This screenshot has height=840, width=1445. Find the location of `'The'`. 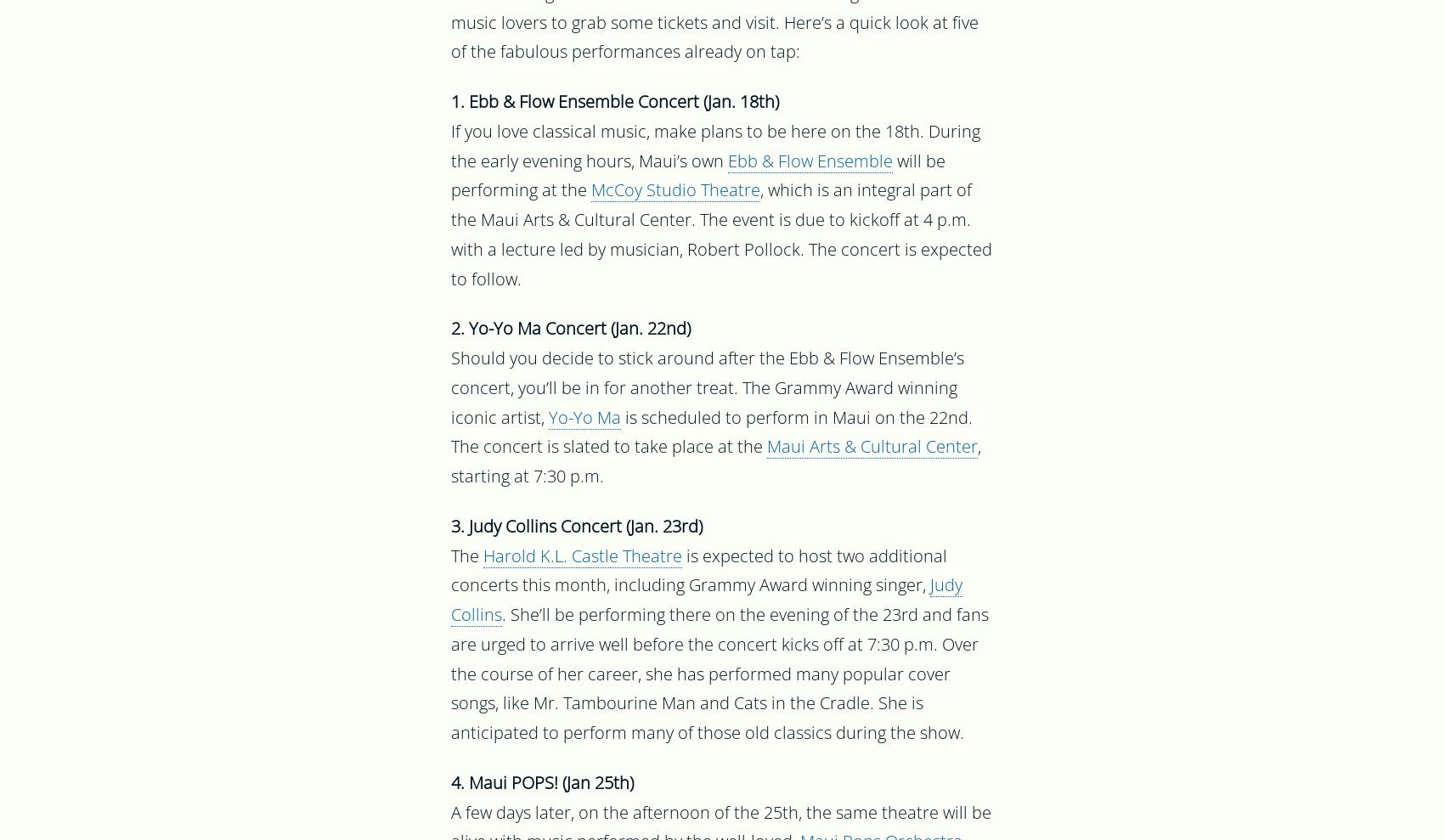

'The' is located at coordinates (466, 558).